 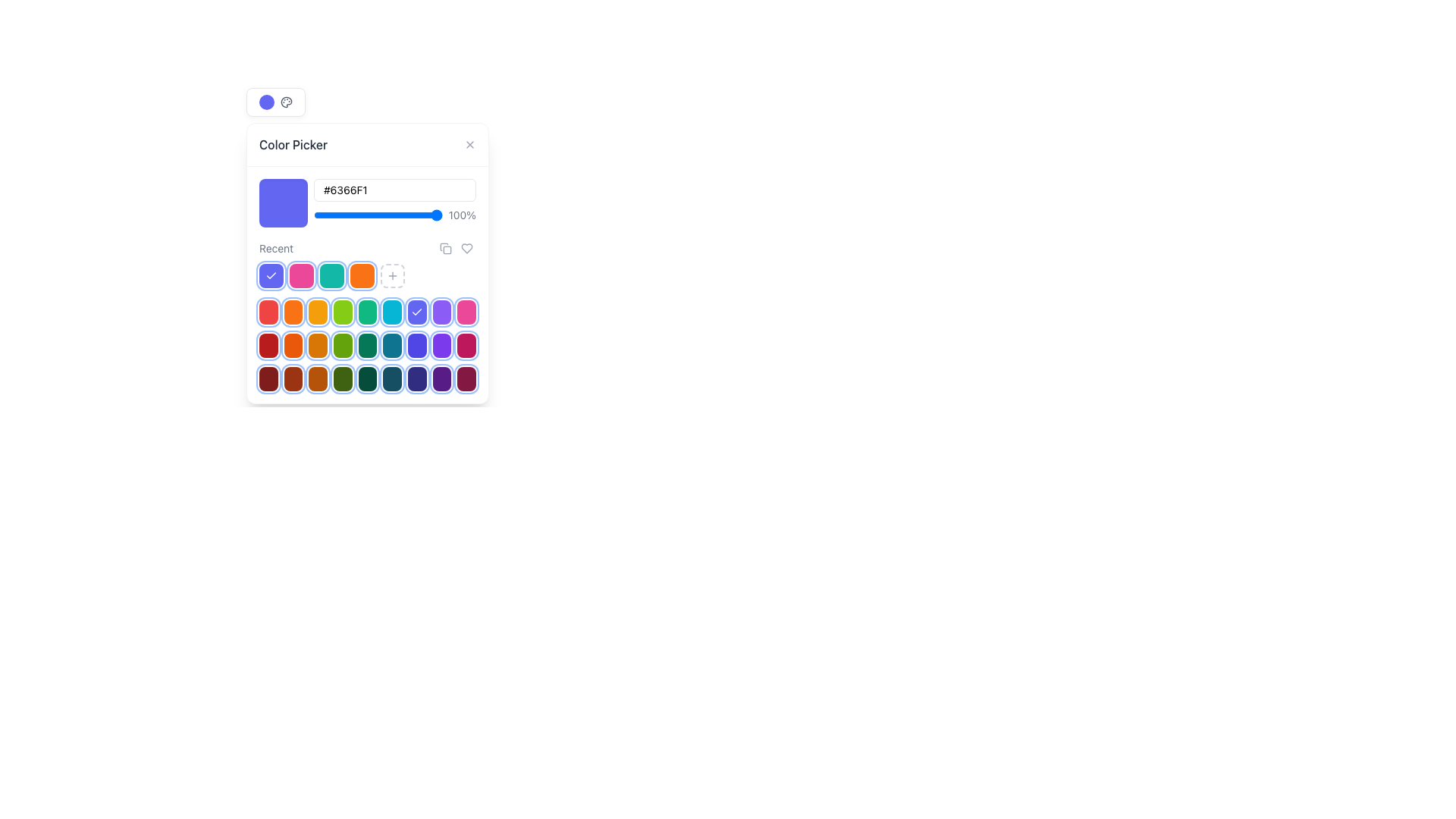 I want to click on the maroon color selection button located in the bottom-right corner of the color picker interface, so click(x=466, y=378).